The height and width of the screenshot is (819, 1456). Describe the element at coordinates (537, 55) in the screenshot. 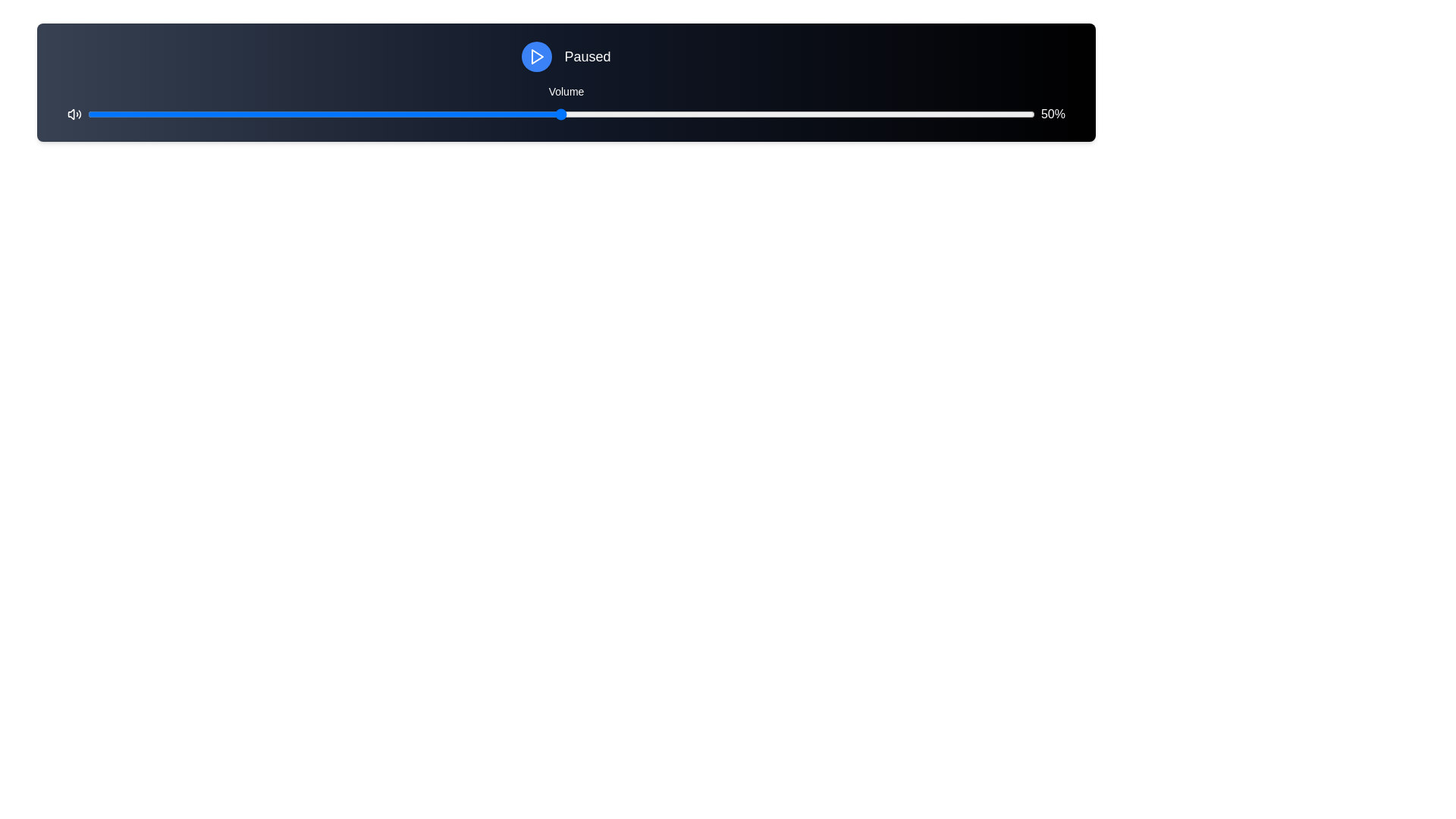

I see `the circular blue button with a white triangular play icon` at that location.